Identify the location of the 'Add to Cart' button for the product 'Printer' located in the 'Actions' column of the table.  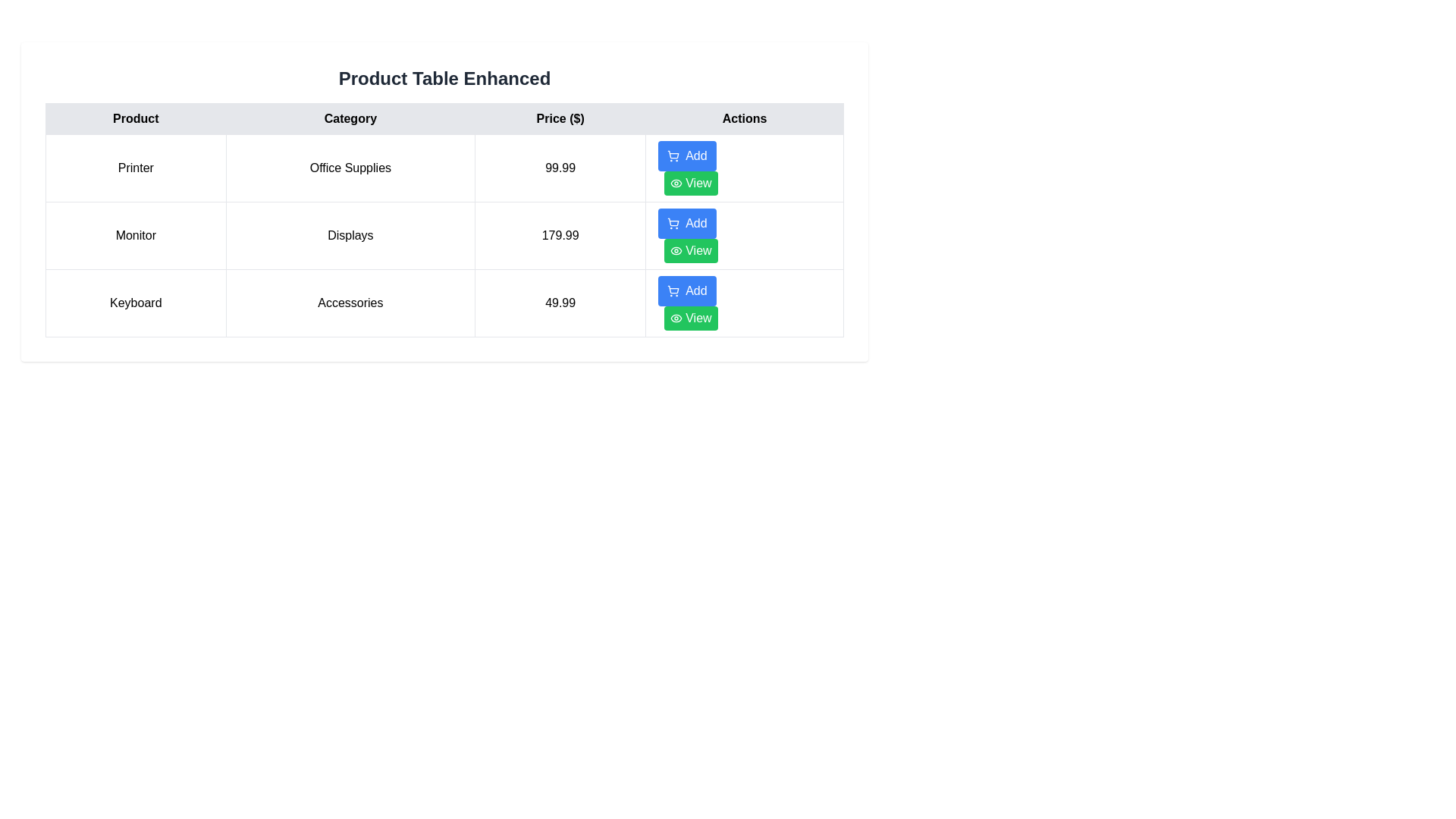
(686, 155).